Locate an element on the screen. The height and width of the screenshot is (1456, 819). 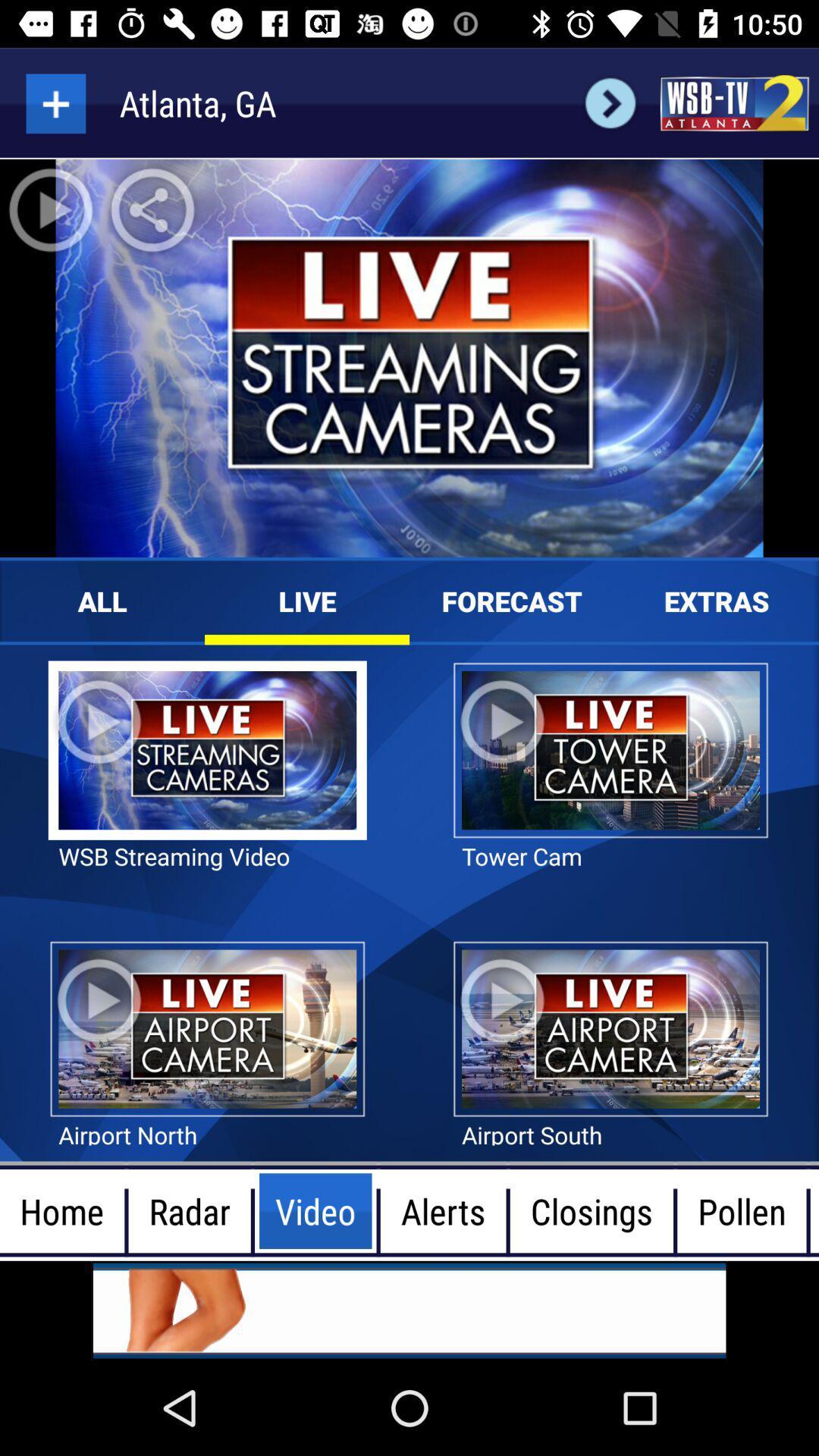
the arrow_forward icon is located at coordinates (610, 102).